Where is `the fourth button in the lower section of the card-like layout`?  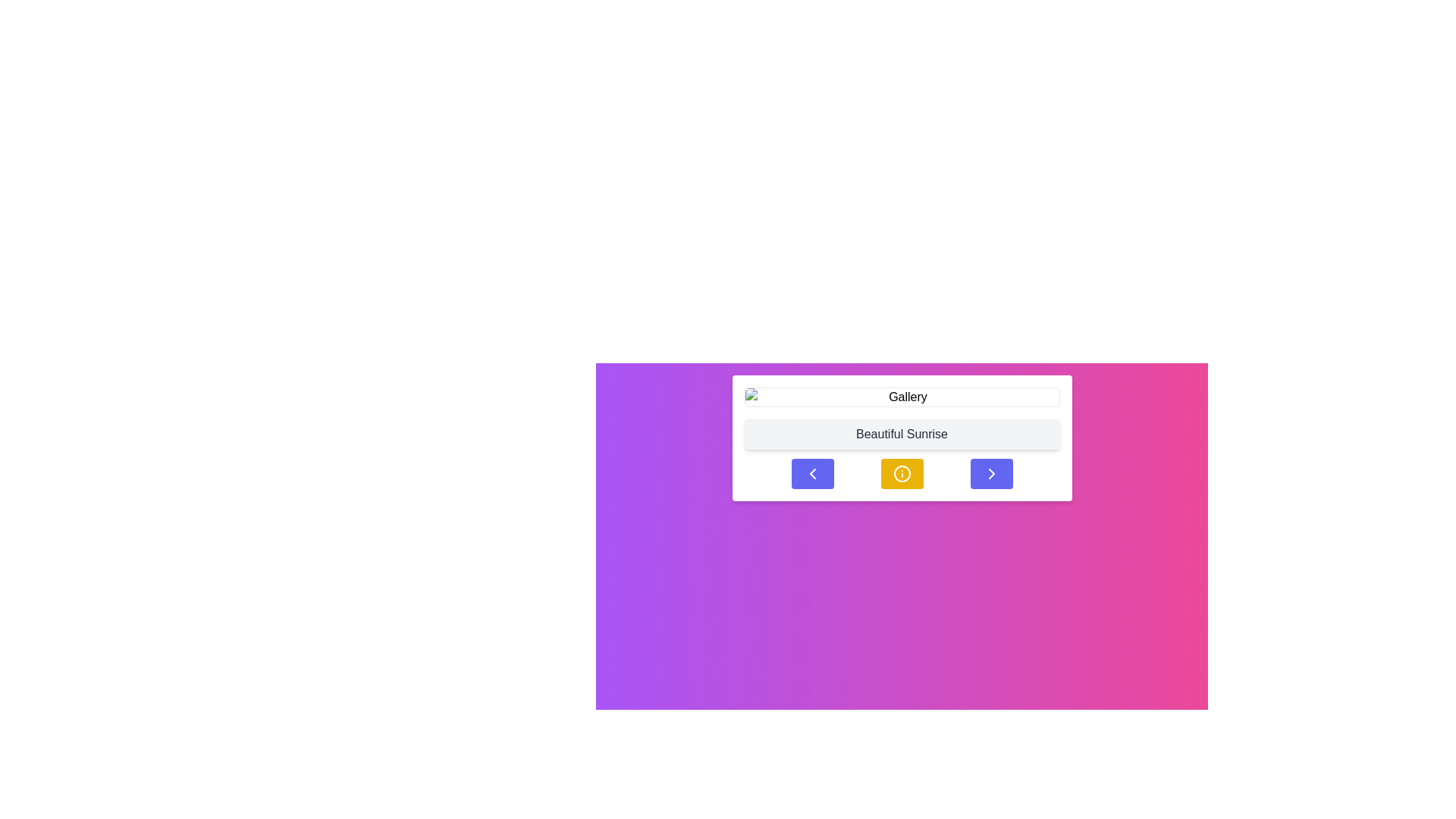
the fourth button in the lower section of the card-like layout is located at coordinates (991, 472).